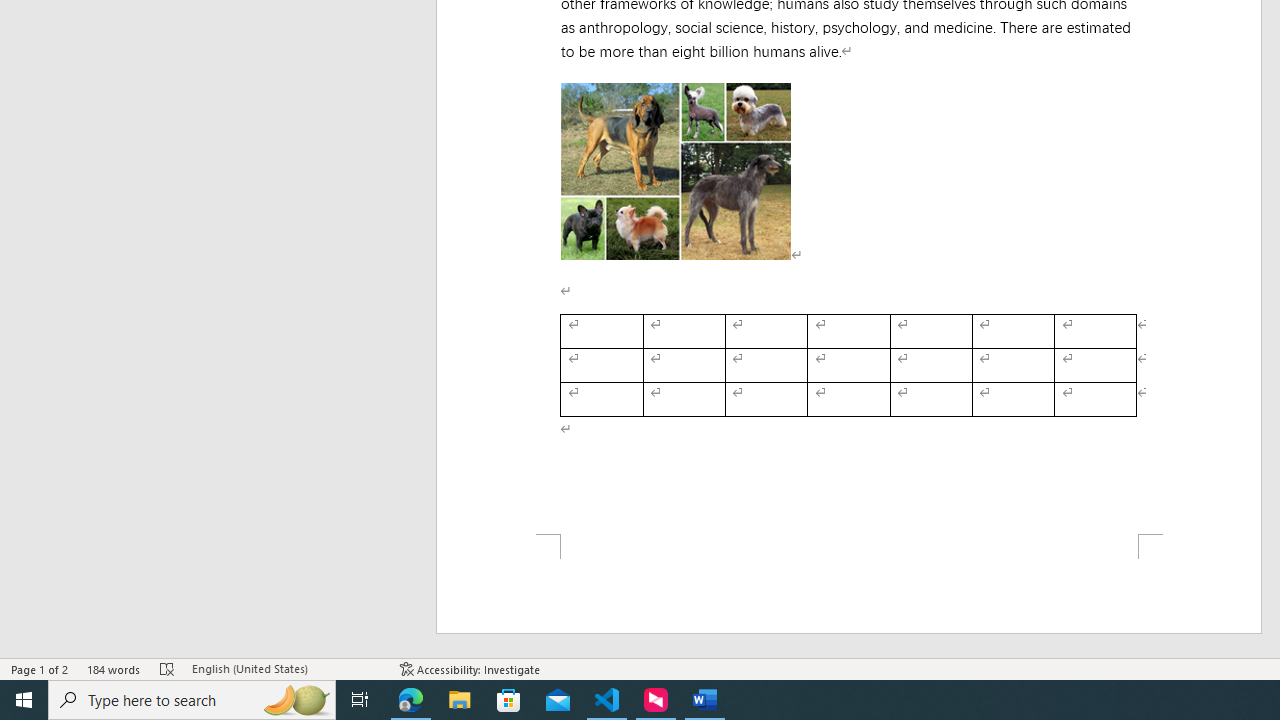 The image size is (1280, 720). Describe the element at coordinates (40, 669) in the screenshot. I see `'Page Number Page 1 of 2'` at that location.